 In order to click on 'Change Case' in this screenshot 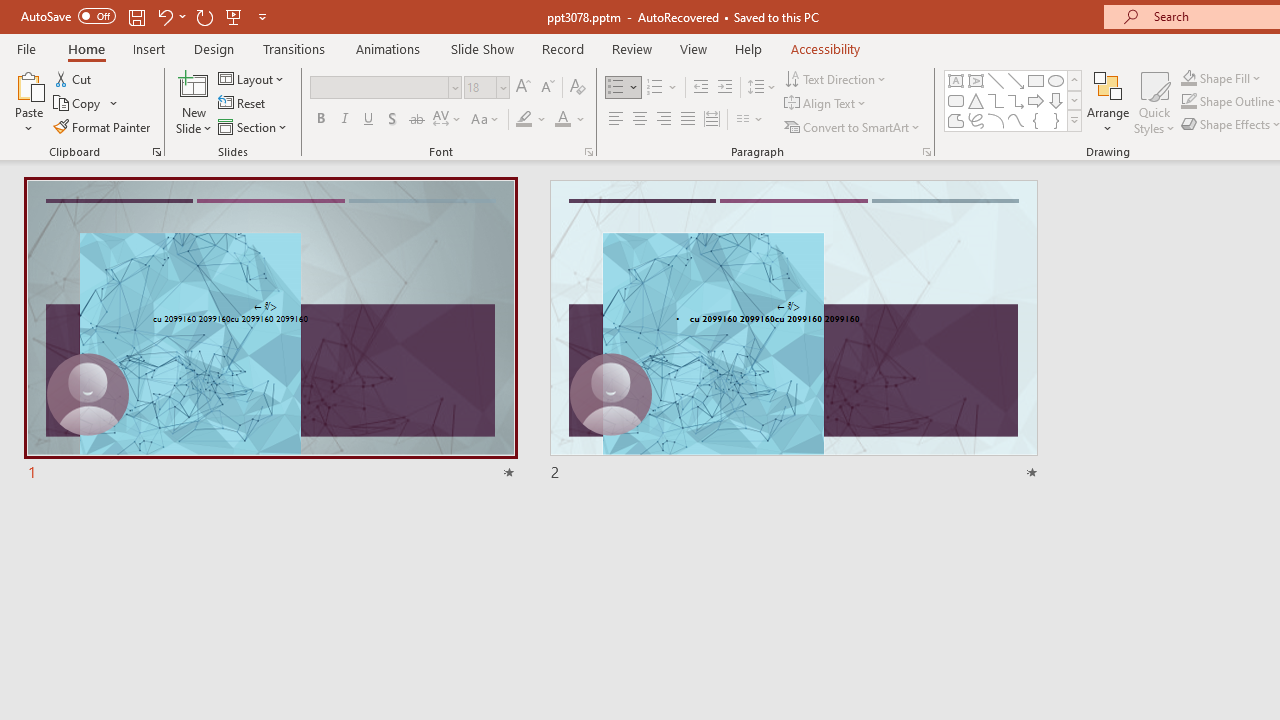, I will do `click(486, 119)`.